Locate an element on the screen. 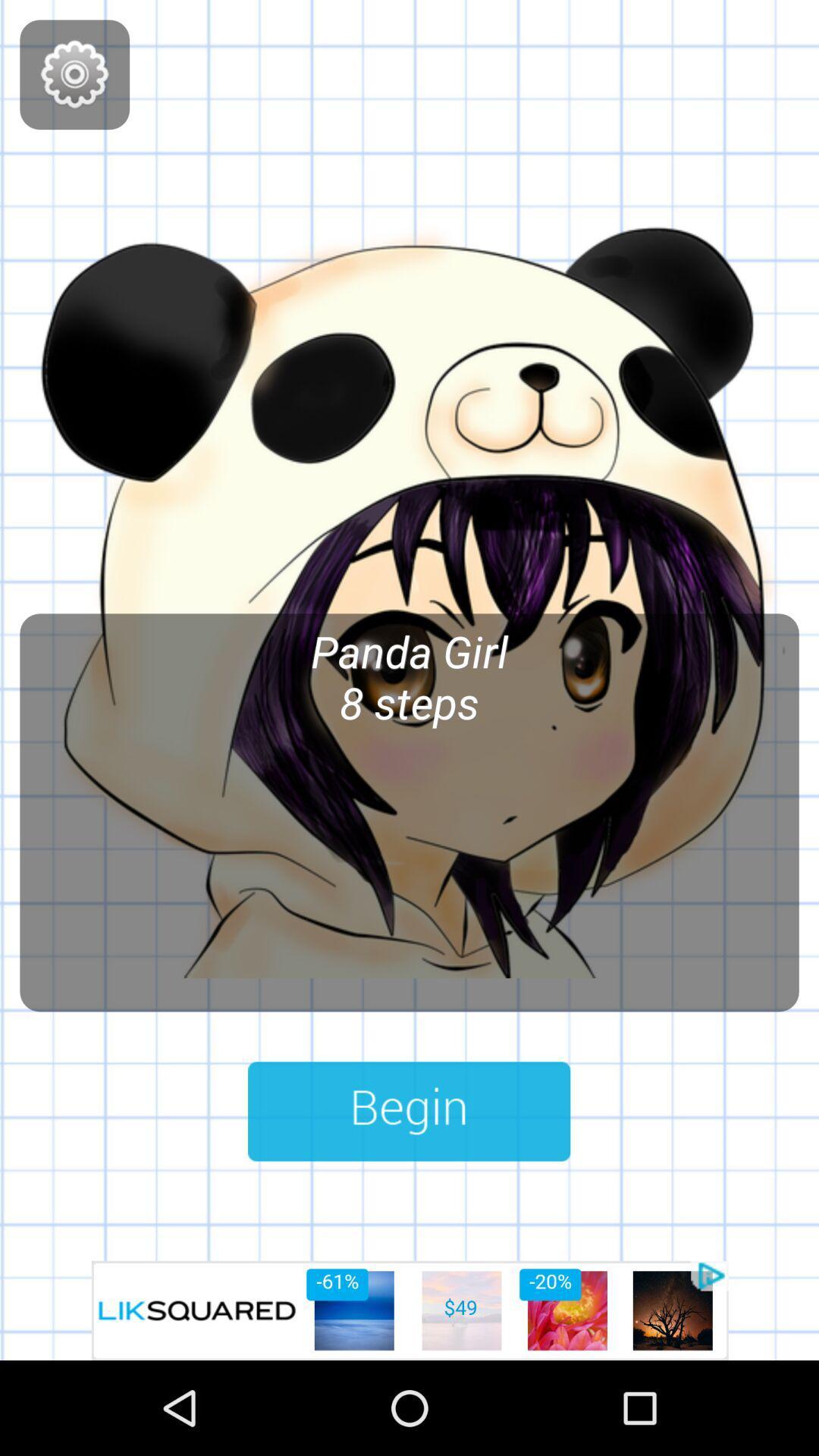 Image resolution: width=819 pixels, height=1456 pixels. setting the mobile is located at coordinates (74, 74).